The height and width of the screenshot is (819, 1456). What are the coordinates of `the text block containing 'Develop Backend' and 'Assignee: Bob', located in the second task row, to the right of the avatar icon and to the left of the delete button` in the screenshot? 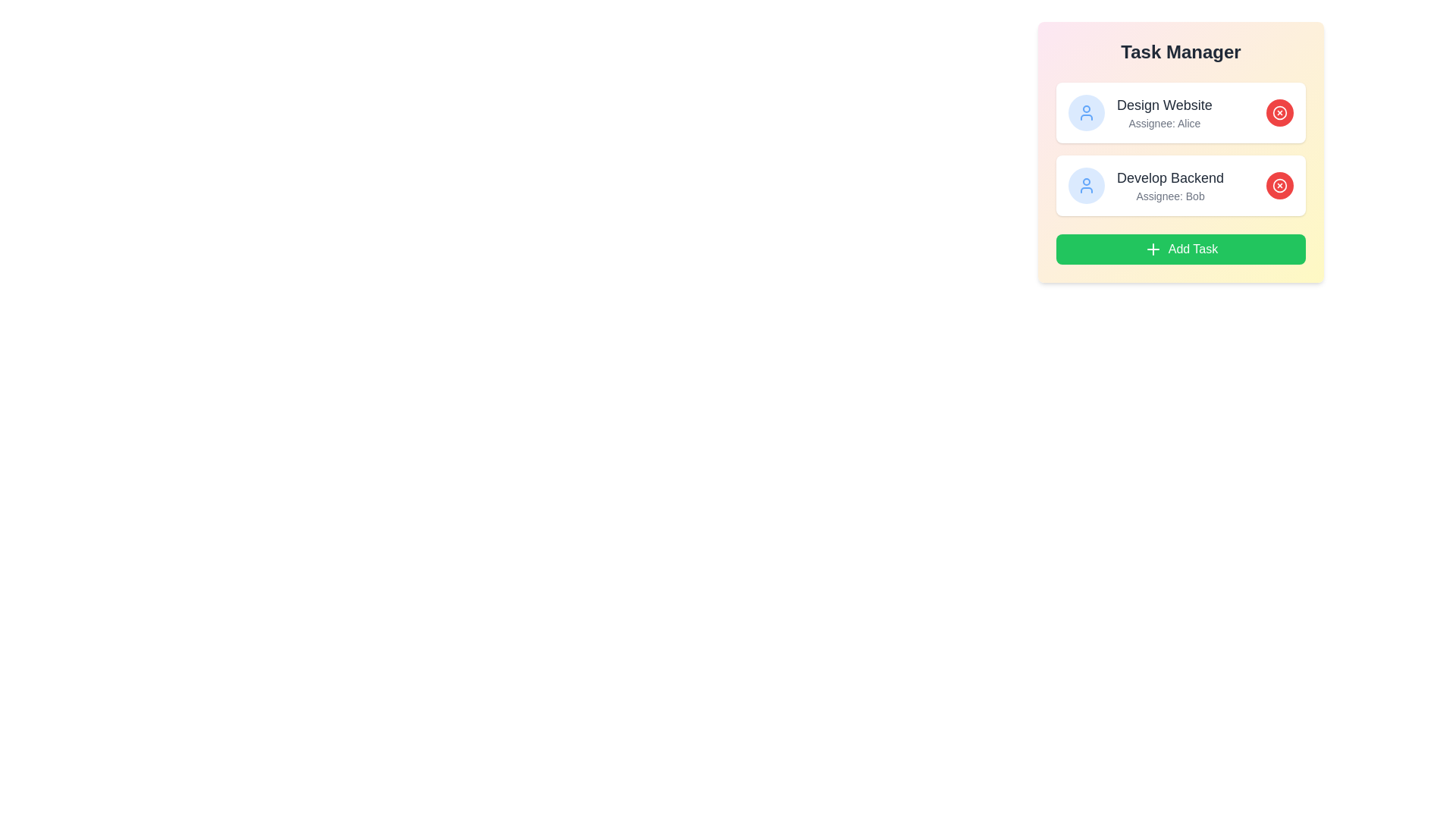 It's located at (1169, 185).